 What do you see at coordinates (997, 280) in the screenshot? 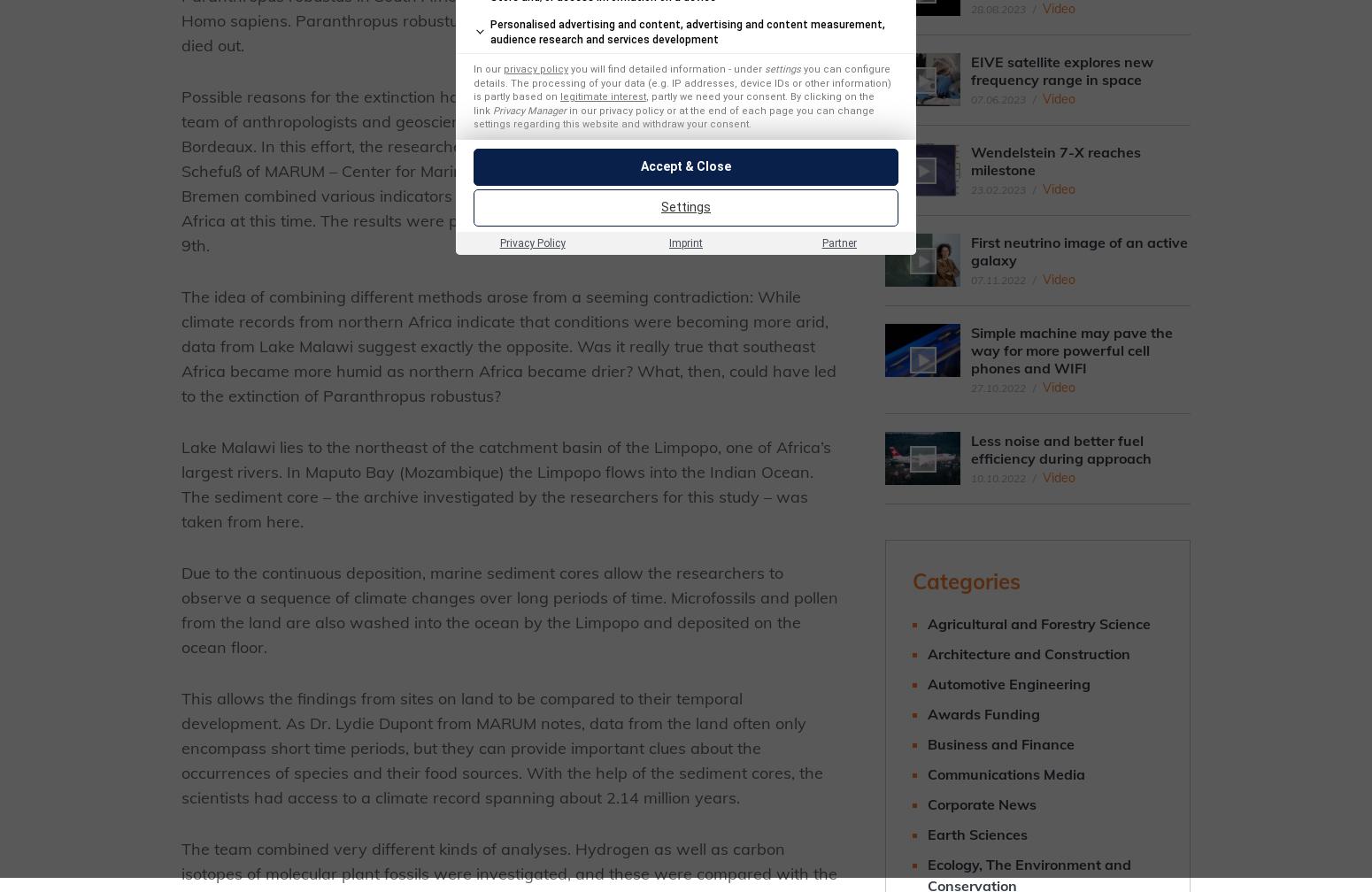
I see `'07.11.2022'` at bounding box center [997, 280].